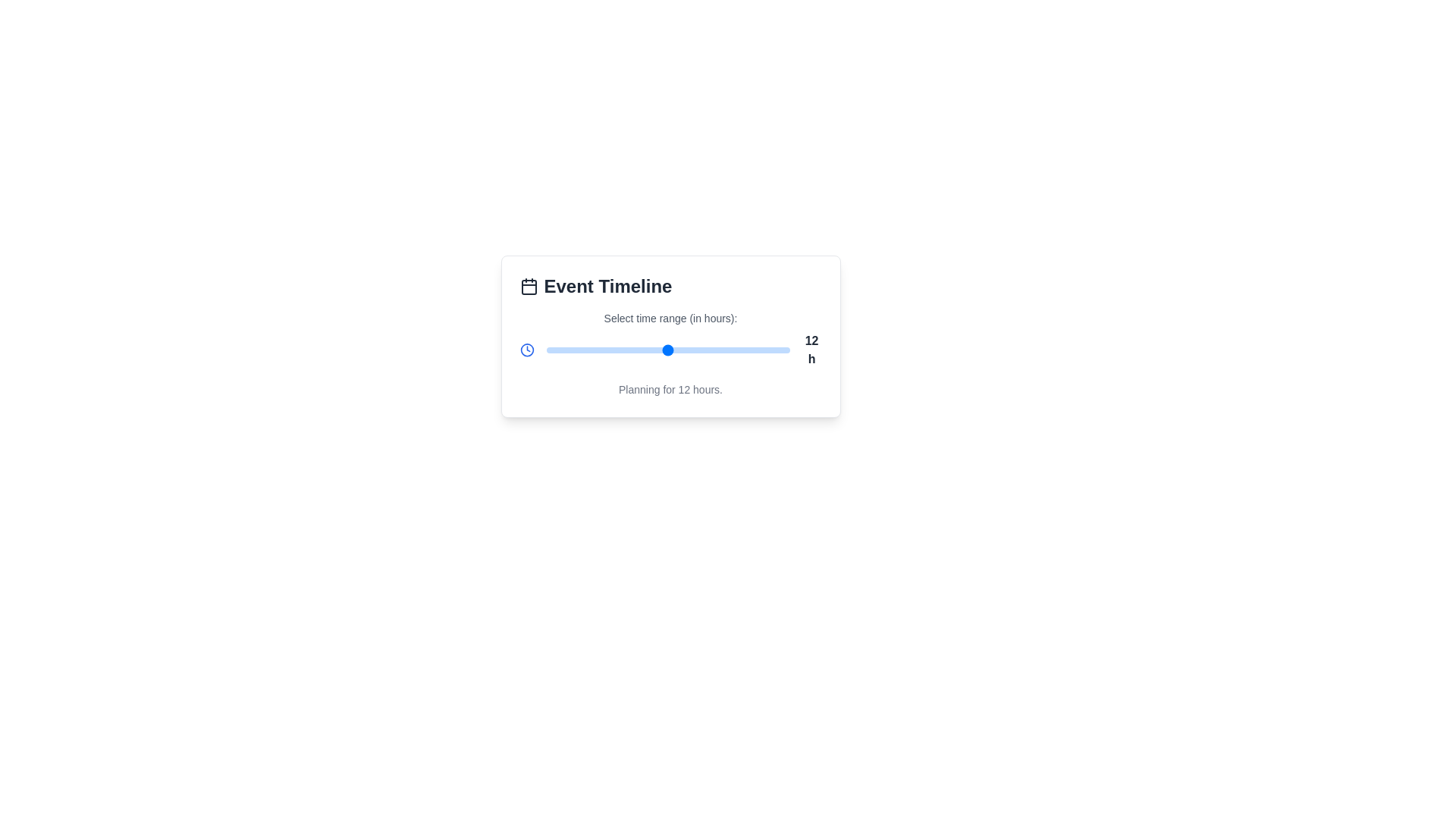  What do you see at coordinates (729, 350) in the screenshot?
I see `the timeline duration` at bounding box center [729, 350].